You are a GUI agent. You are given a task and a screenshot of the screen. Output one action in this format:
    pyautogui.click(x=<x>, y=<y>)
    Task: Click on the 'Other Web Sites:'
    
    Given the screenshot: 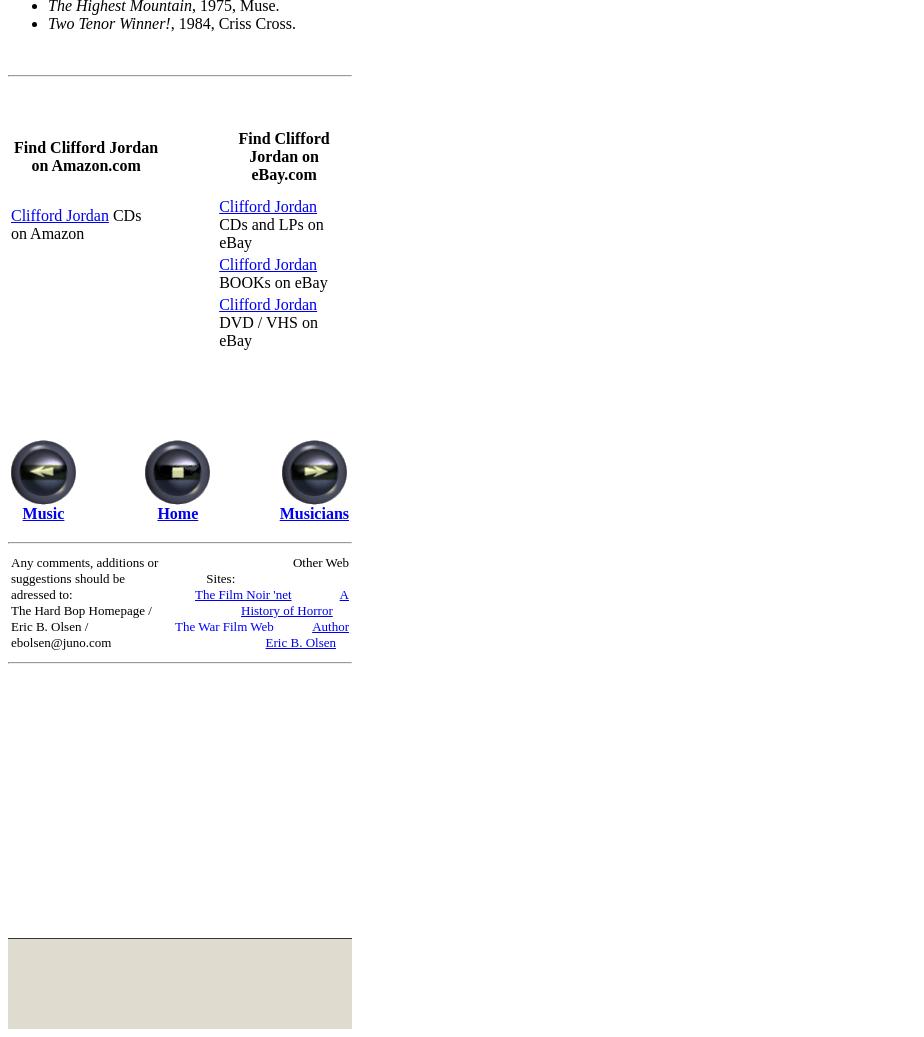 What is the action you would take?
    pyautogui.click(x=277, y=569)
    